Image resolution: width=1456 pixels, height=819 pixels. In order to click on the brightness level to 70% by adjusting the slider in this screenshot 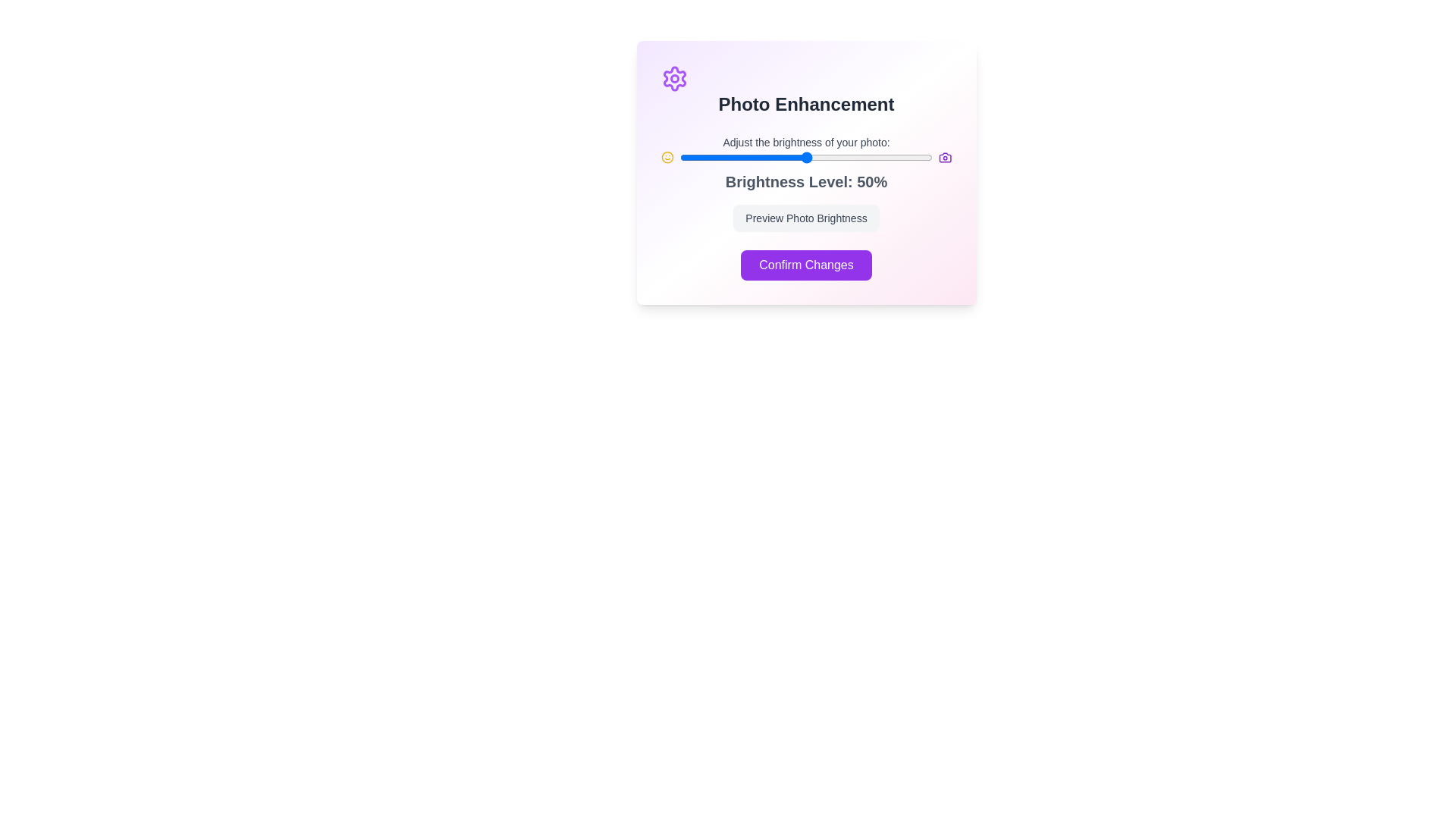, I will do `click(857, 158)`.